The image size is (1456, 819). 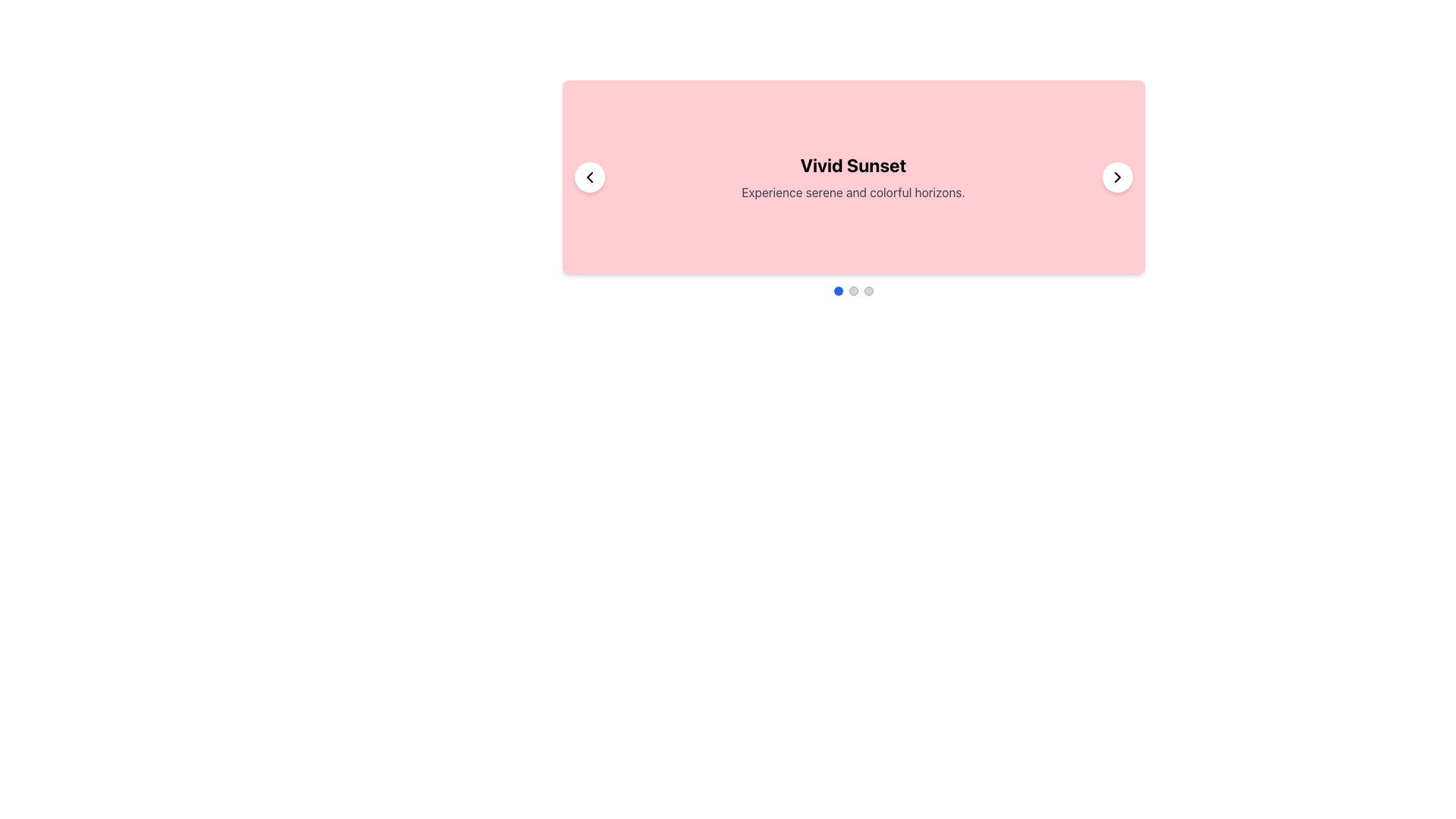 What do you see at coordinates (853, 177) in the screenshot?
I see `the text display titled 'Vivid Sunset', which includes the description 'Experience serene and colorful horizons.'` at bounding box center [853, 177].